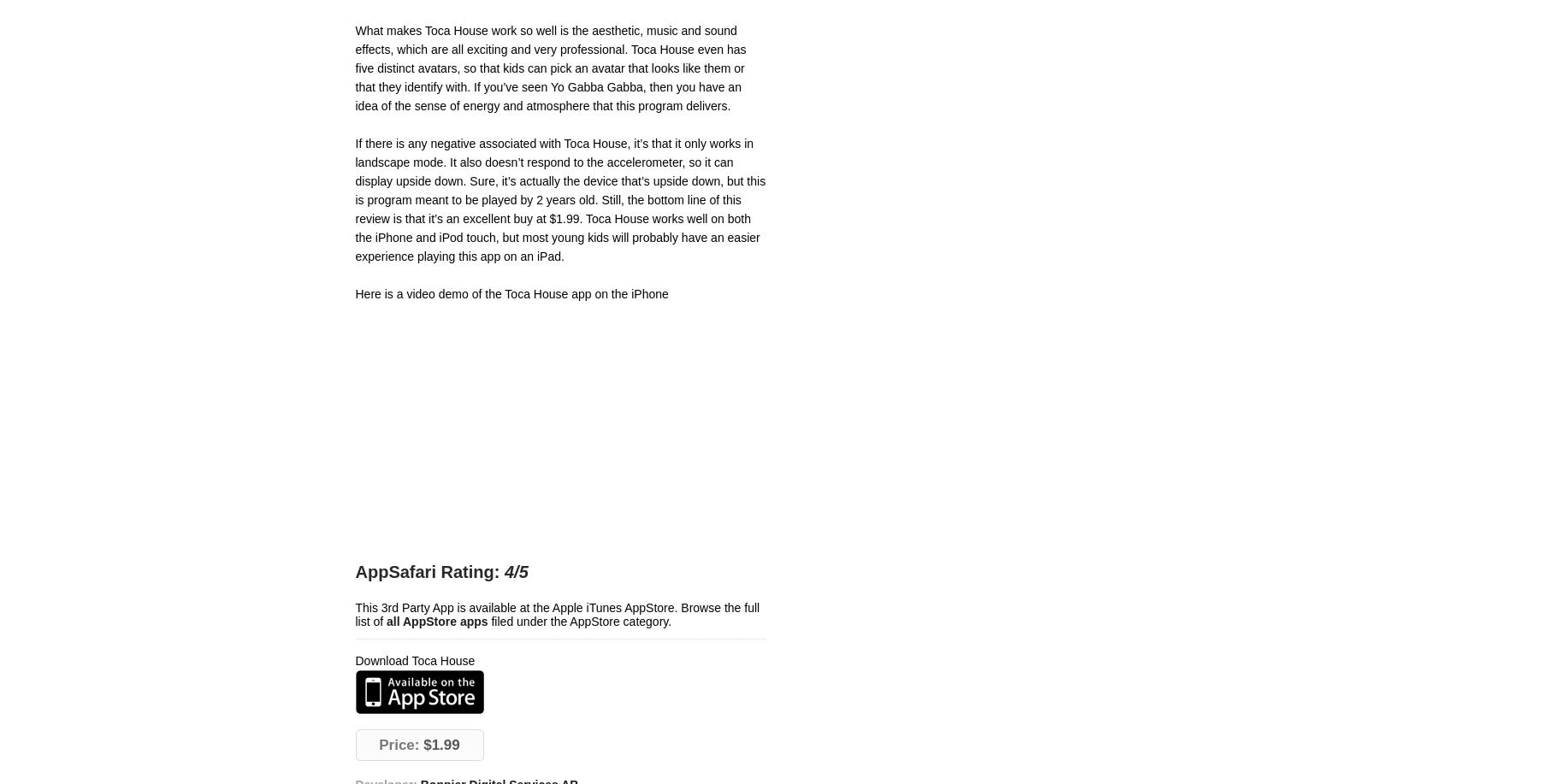 The width and height of the screenshot is (1549, 784). What do you see at coordinates (414, 660) in the screenshot?
I see `'Download Toca House'` at bounding box center [414, 660].